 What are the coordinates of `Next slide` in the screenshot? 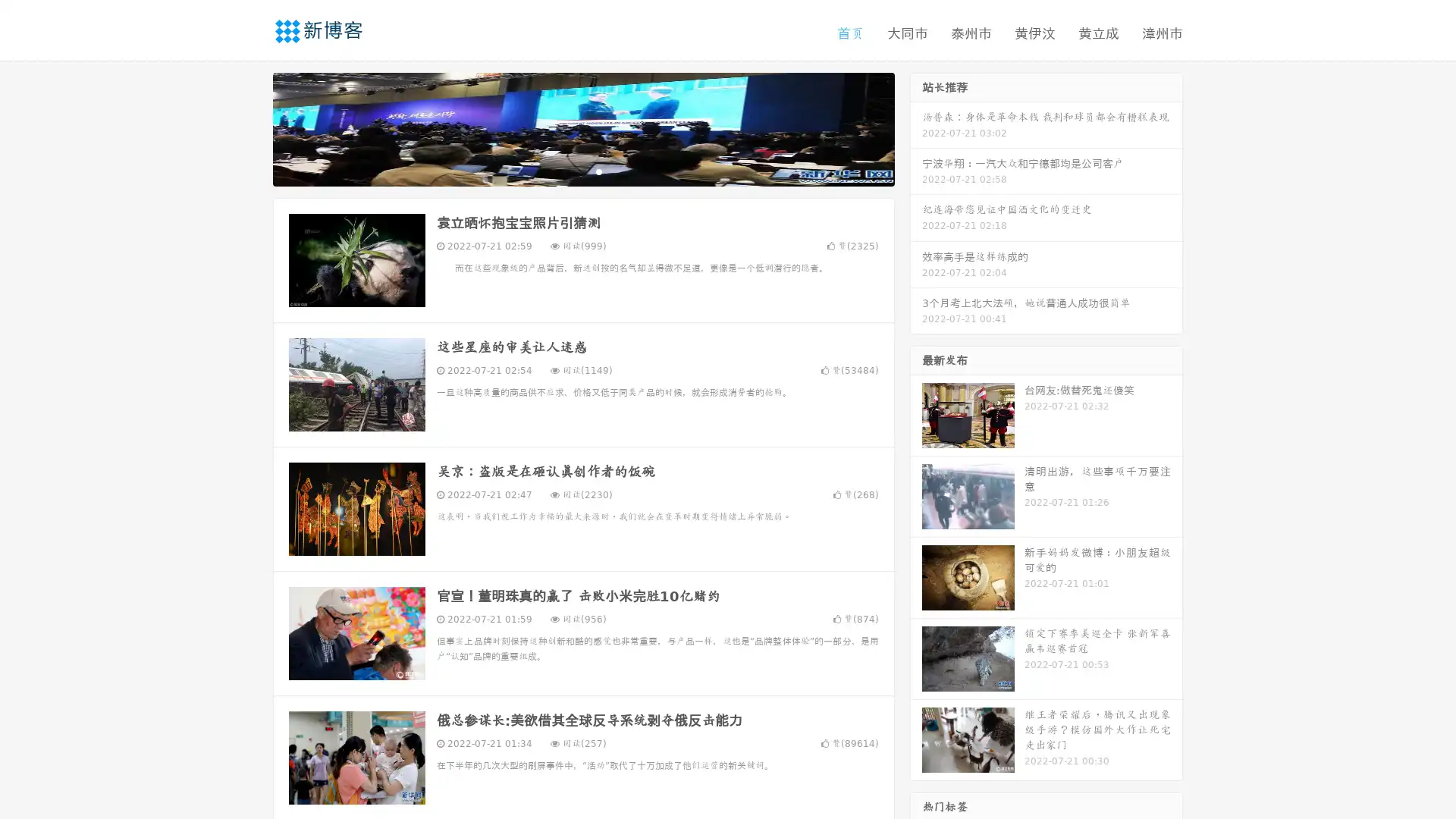 It's located at (916, 127).